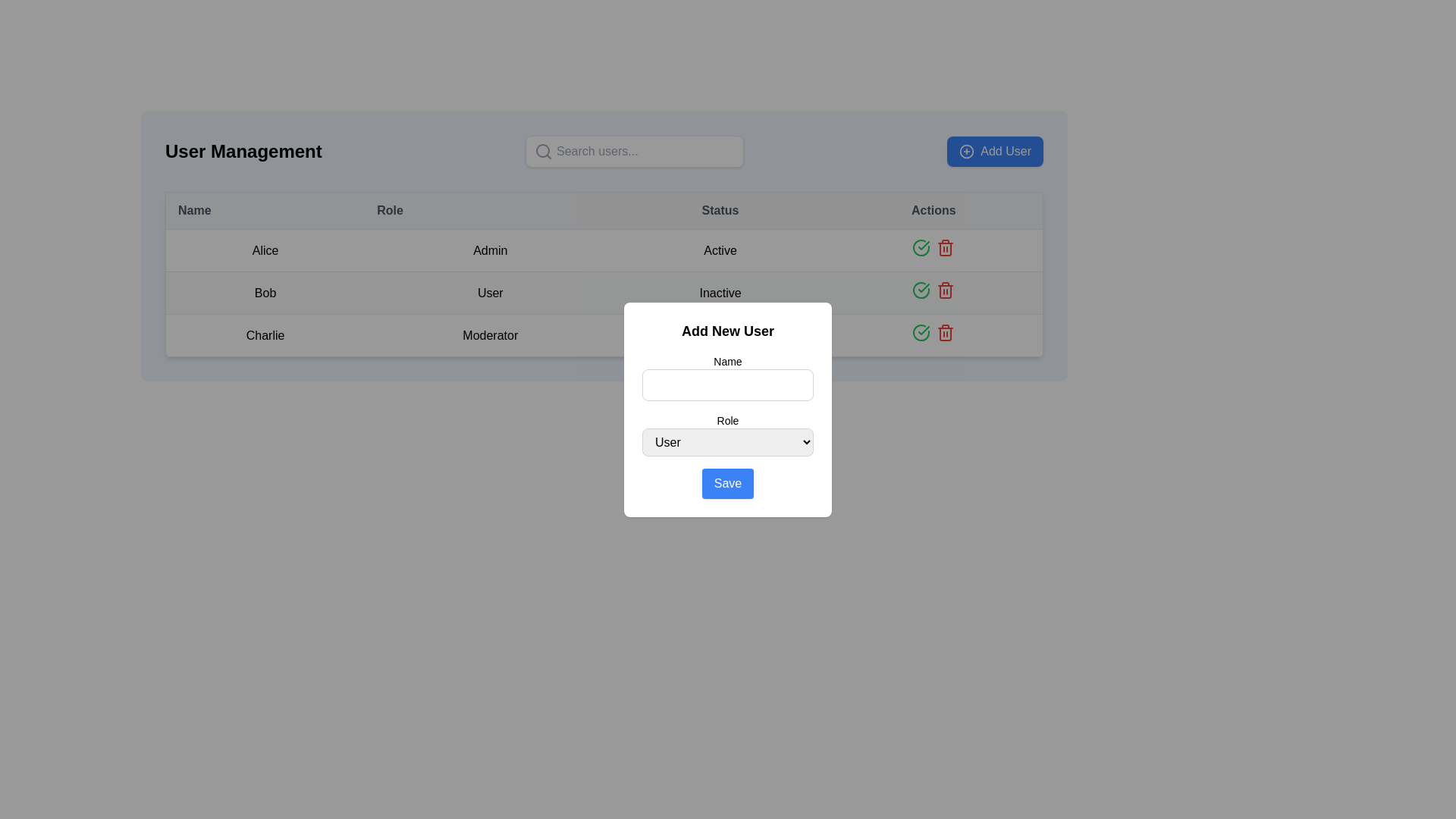 This screenshot has width=1456, height=819. Describe the element at coordinates (728, 376) in the screenshot. I see `the text input field for adding a new user's name in the modal dialog titled 'Add New User' using the Tab key` at that location.